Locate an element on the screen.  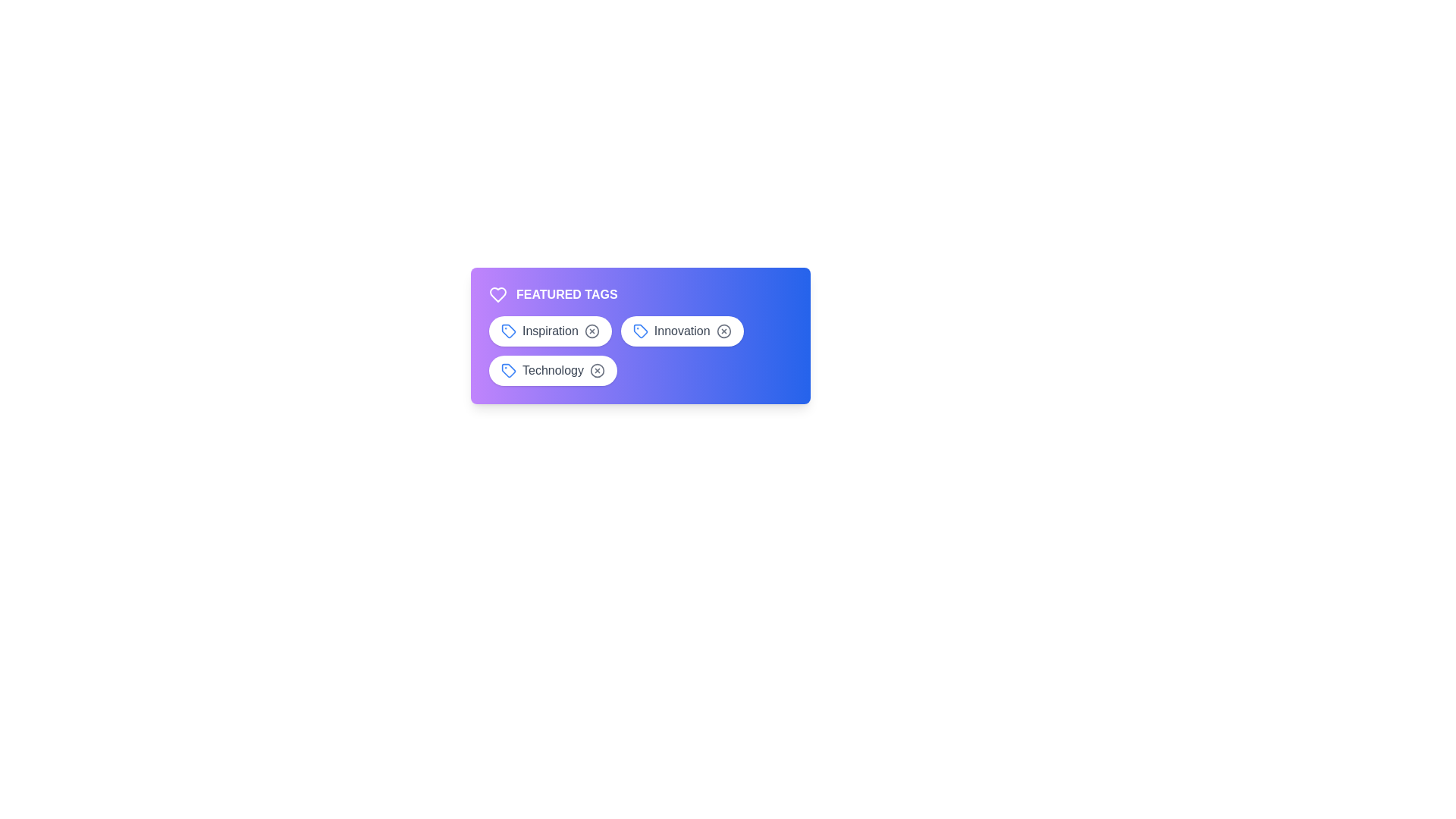
the small circular button with a grey outline and an 'X' mark in the center, located on the right side of the 'Innovation' tag is located at coordinates (723, 330).